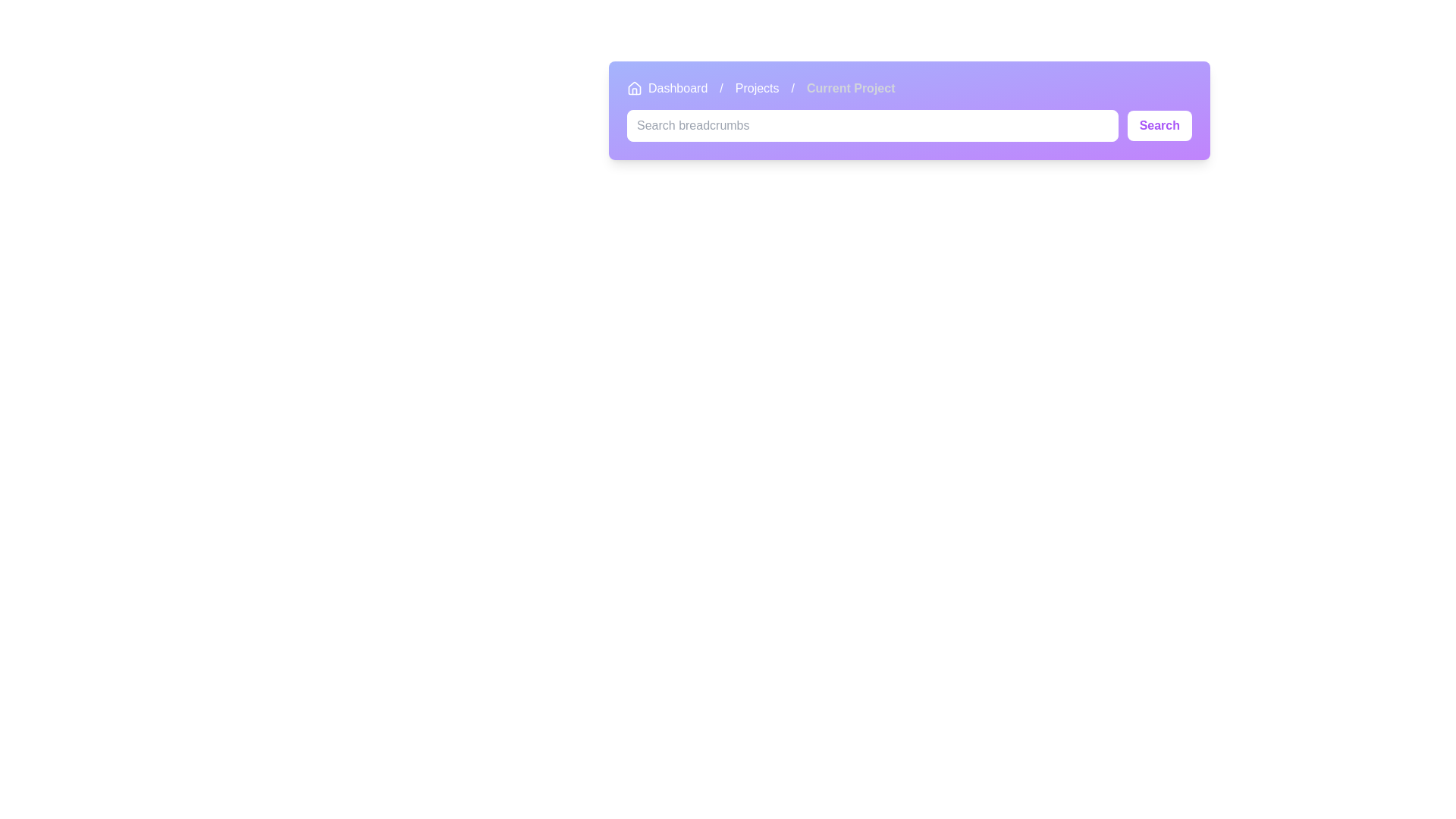  Describe the element at coordinates (757, 88) in the screenshot. I see `the 'Projects' hyperlink text in the breadcrumb navigation` at that location.